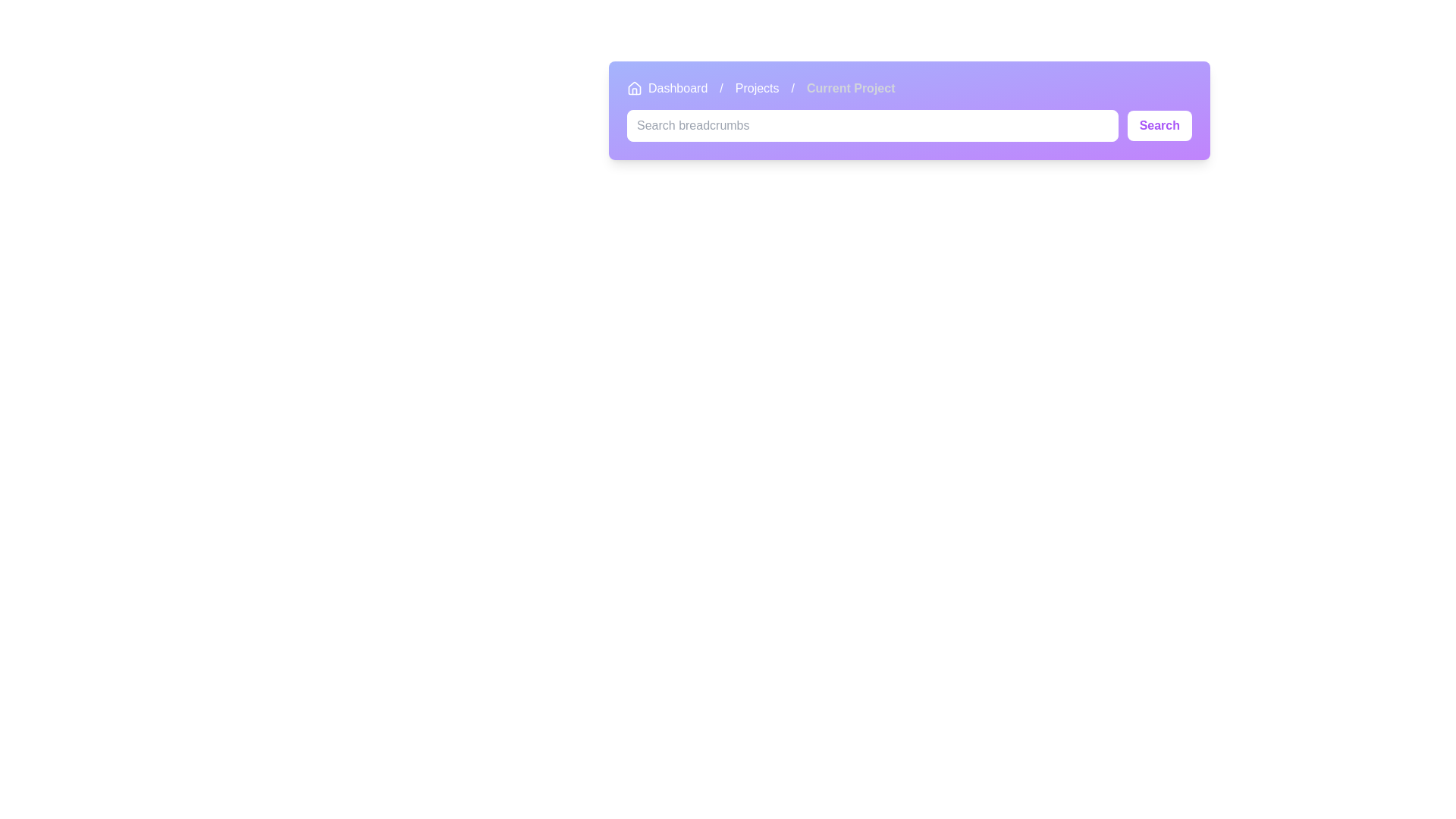  Describe the element at coordinates (757, 88) in the screenshot. I see `the 'Projects' hyperlink text in the breadcrumb navigation` at that location.